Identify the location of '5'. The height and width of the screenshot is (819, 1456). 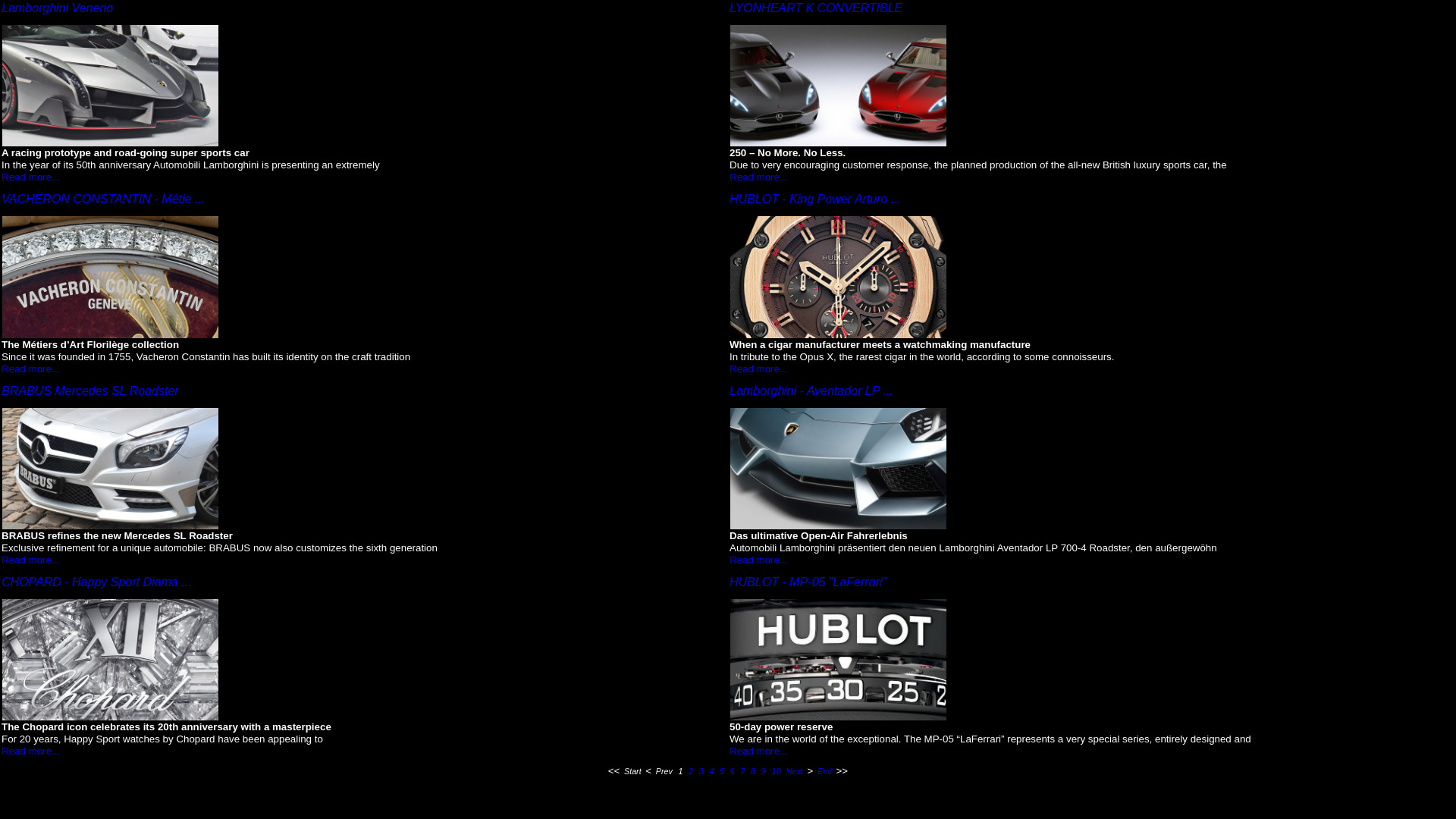
(720, 771).